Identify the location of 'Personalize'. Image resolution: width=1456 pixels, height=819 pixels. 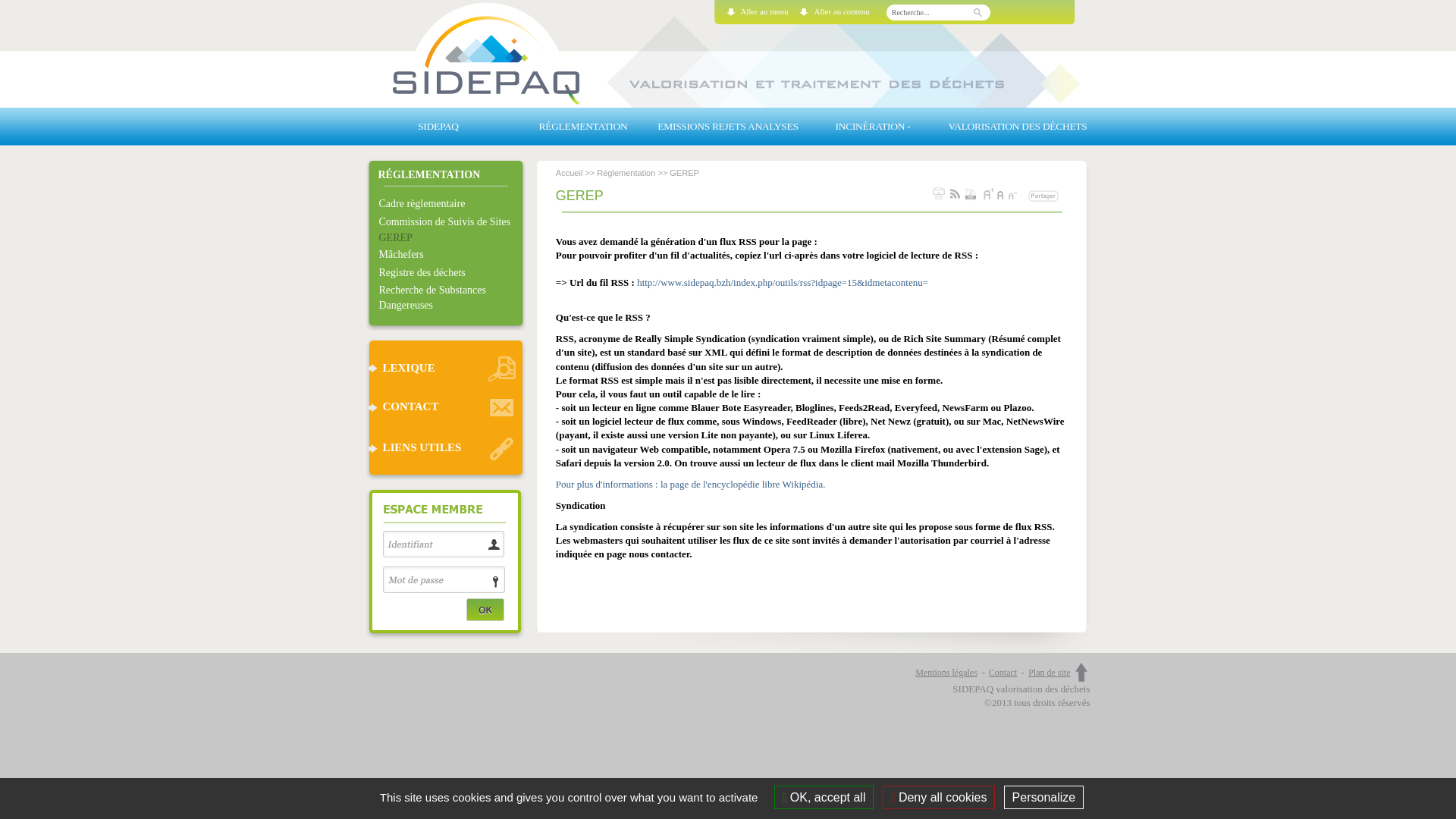
(1043, 796).